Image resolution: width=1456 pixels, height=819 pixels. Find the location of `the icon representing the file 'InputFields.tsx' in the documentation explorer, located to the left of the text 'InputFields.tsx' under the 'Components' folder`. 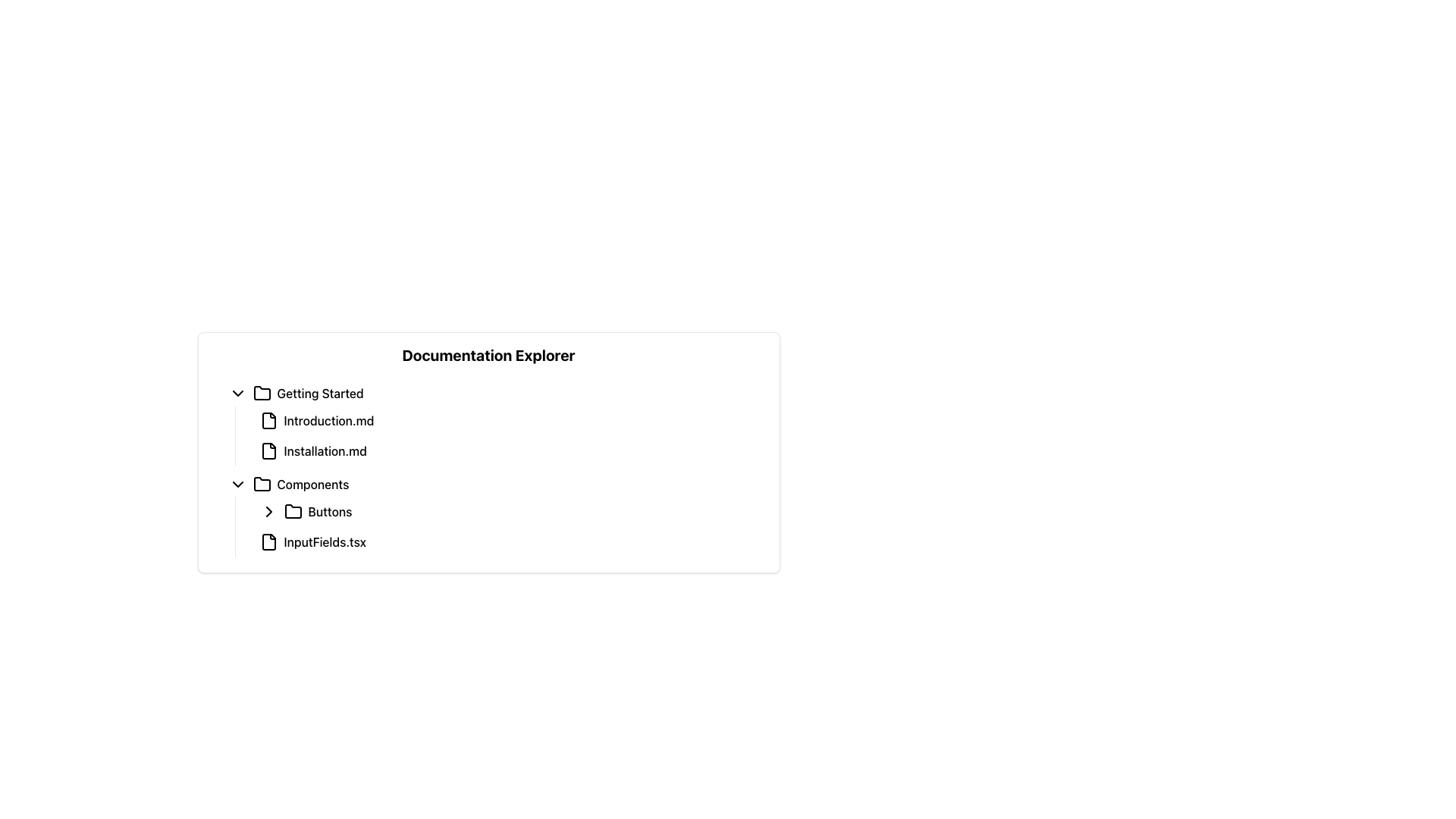

the icon representing the file 'InputFields.tsx' in the documentation explorer, located to the left of the text 'InputFields.tsx' under the 'Components' folder is located at coordinates (268, 541).